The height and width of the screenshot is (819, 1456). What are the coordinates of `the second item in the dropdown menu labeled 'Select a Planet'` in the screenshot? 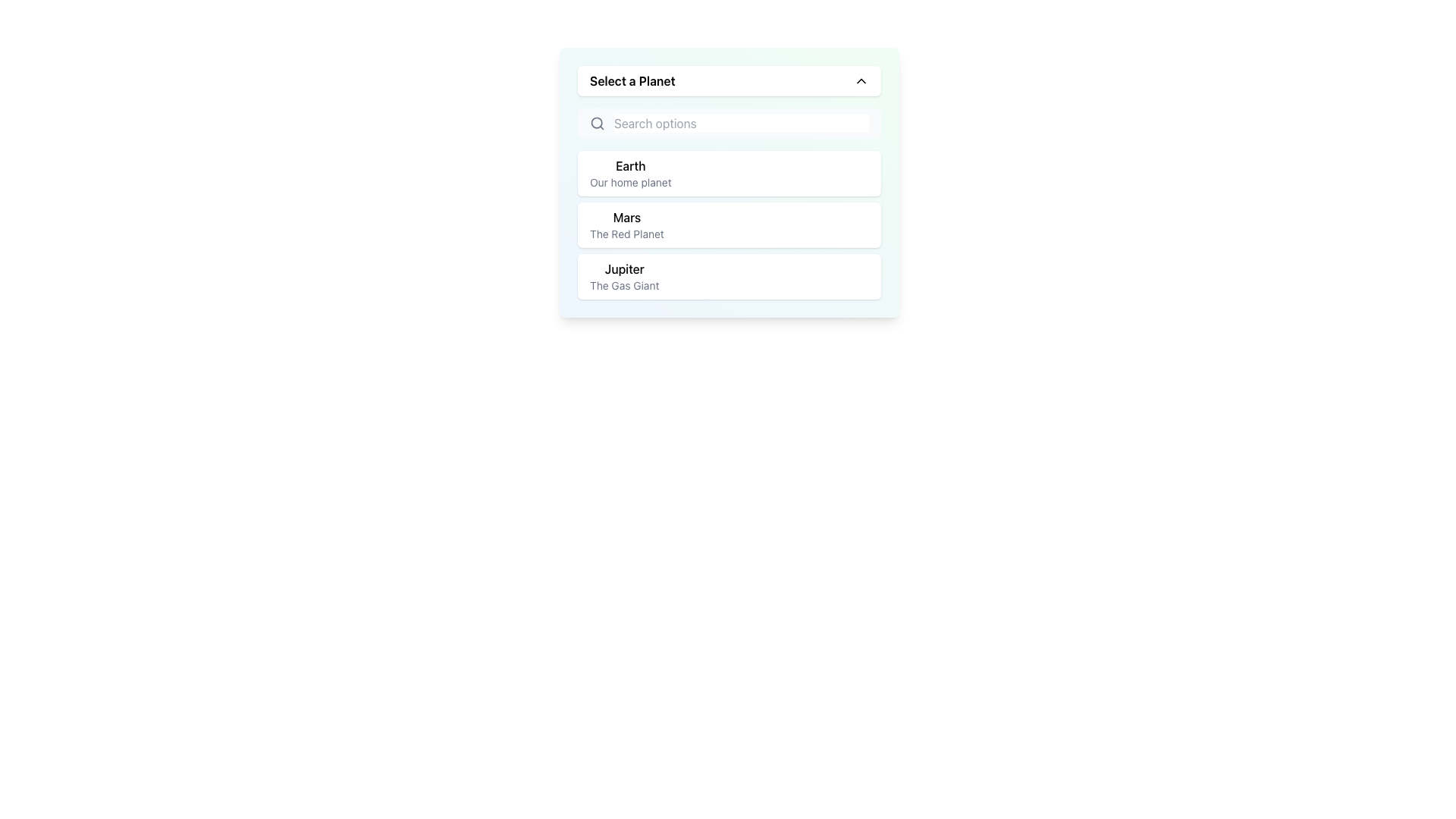 It's located at (729, 203).